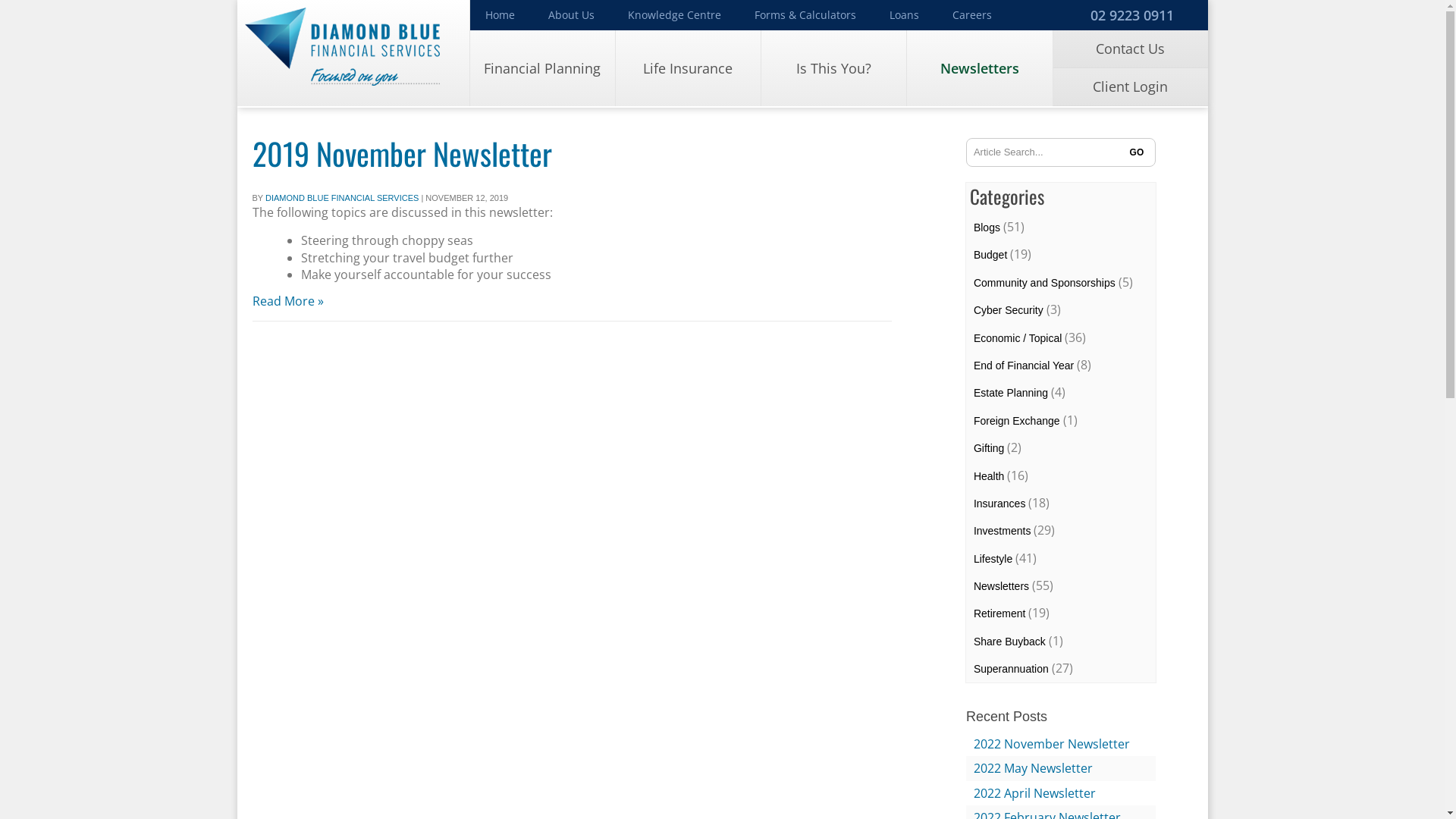 Image resolution: width=1456 pixels, height=819 pixels. I want to click on 'Health', so click(989, 475).